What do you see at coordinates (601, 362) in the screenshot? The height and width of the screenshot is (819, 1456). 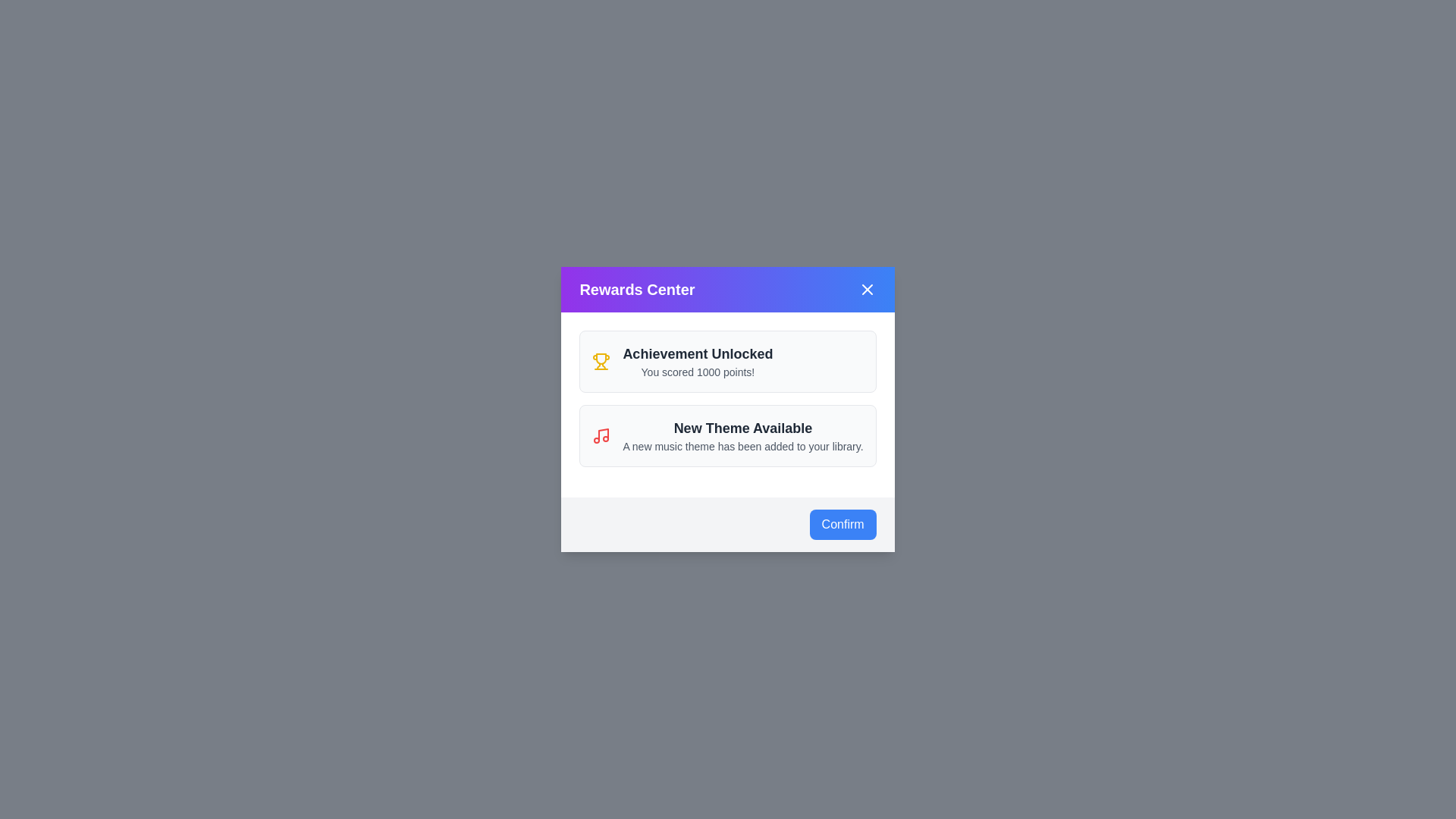 I see `the icon associated with the reward item Achievement Unlocked` at bounding box center [601, 362].